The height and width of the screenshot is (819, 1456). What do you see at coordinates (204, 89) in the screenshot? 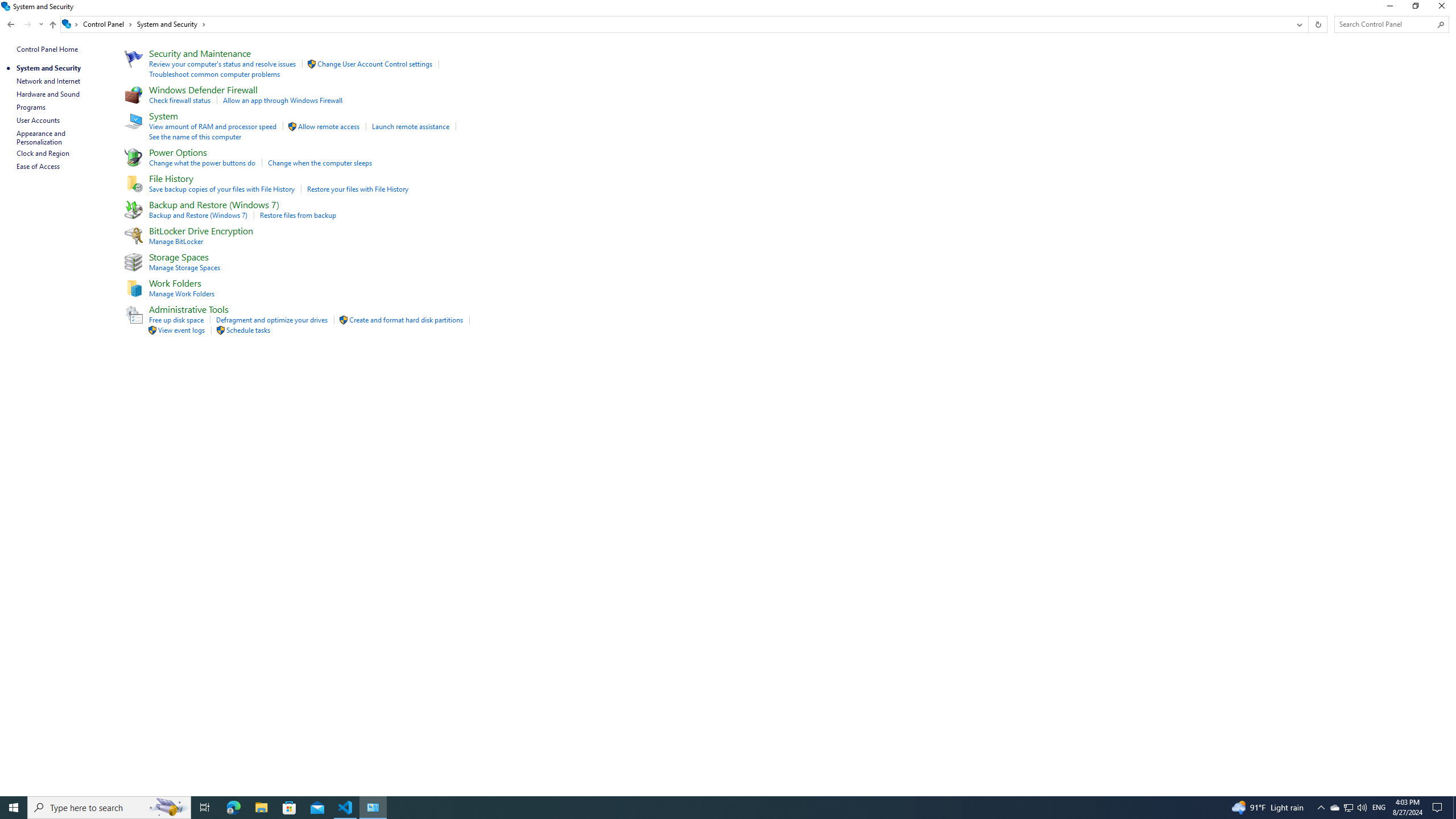
I see `'Windows Defender Firewall'` at bounding box center [204, 89].